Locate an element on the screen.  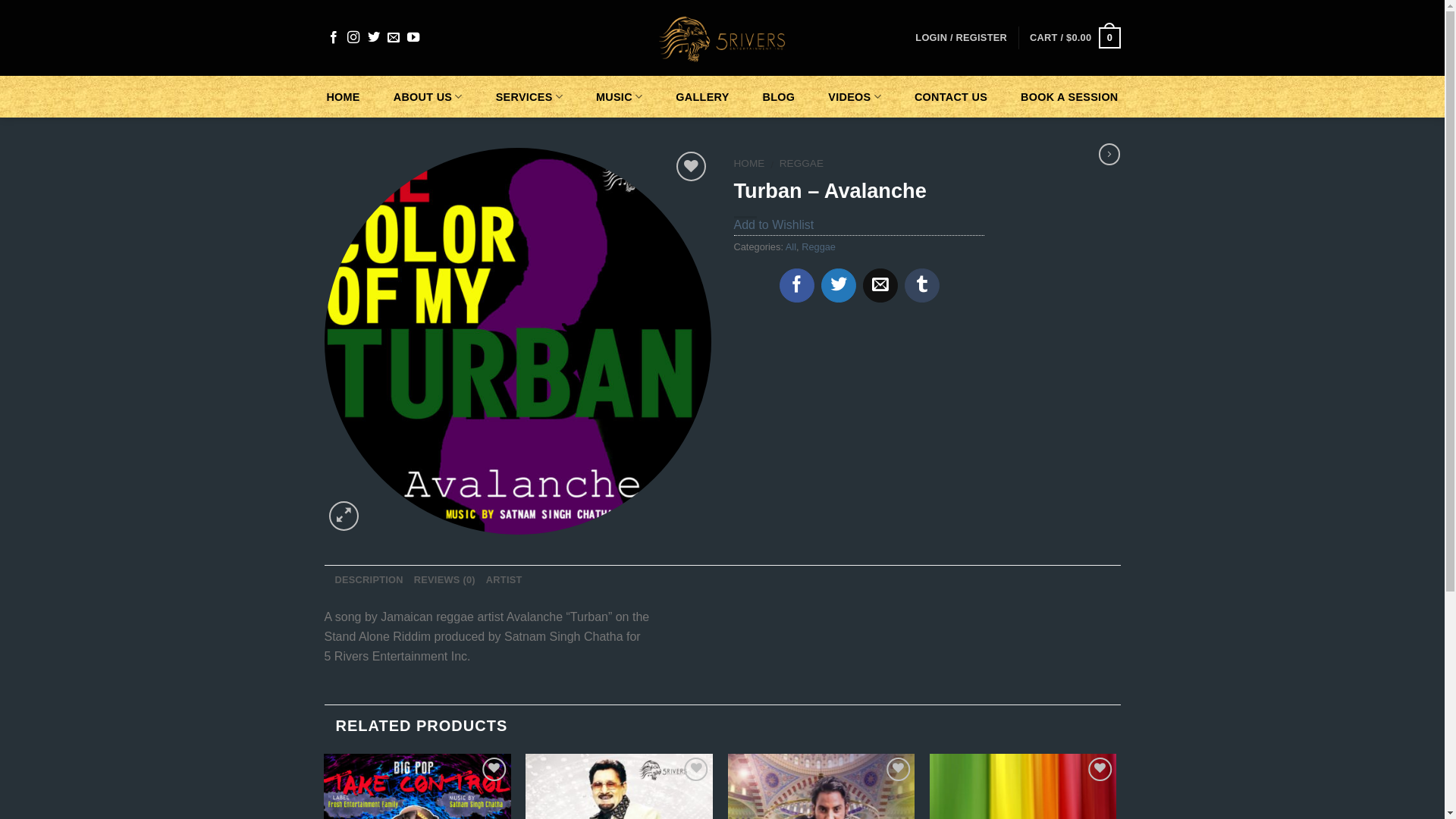
'BLOG' is located at coordinates (779, 96).